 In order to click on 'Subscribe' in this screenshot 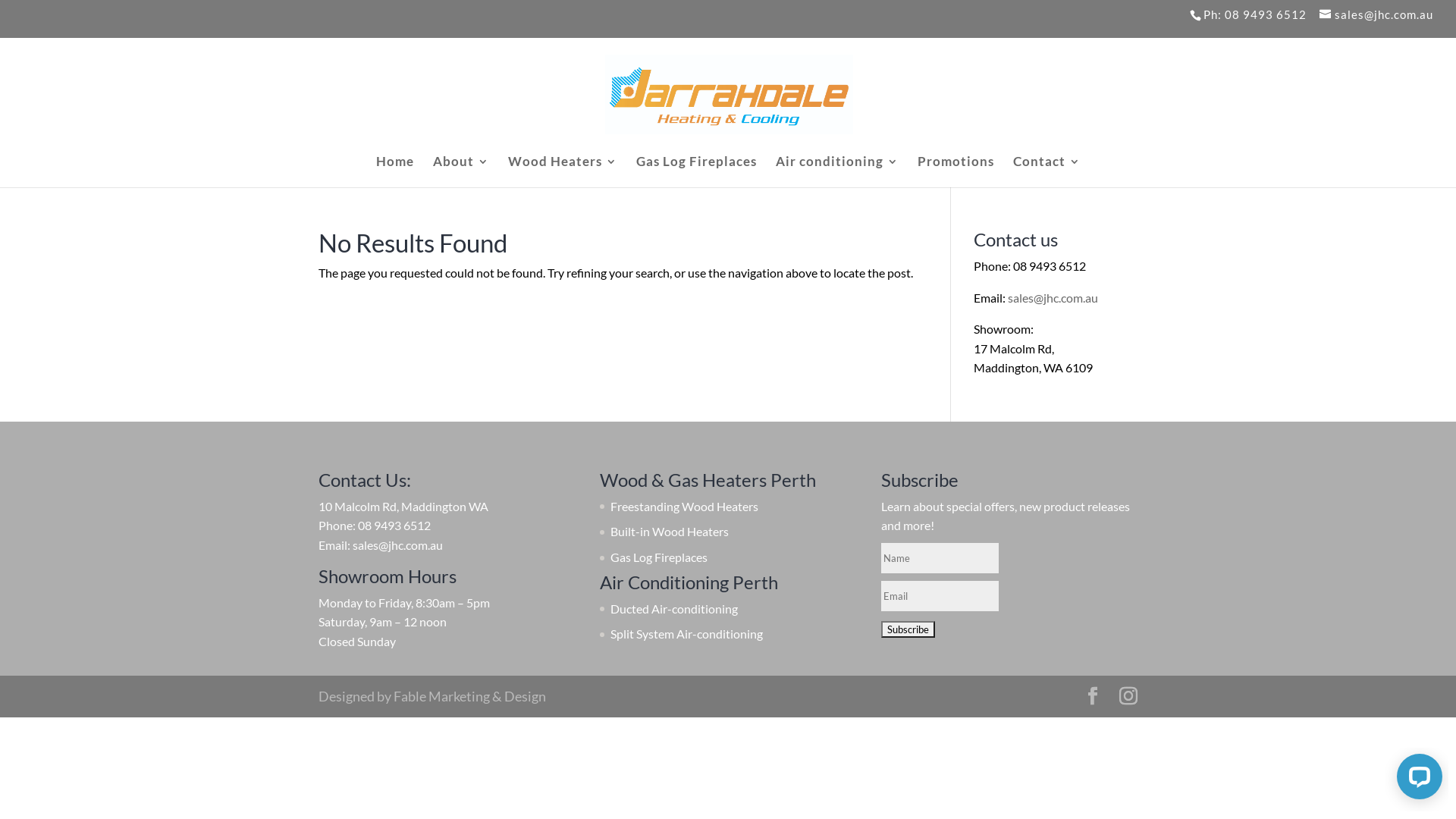, I will do `click(908, 629)`.